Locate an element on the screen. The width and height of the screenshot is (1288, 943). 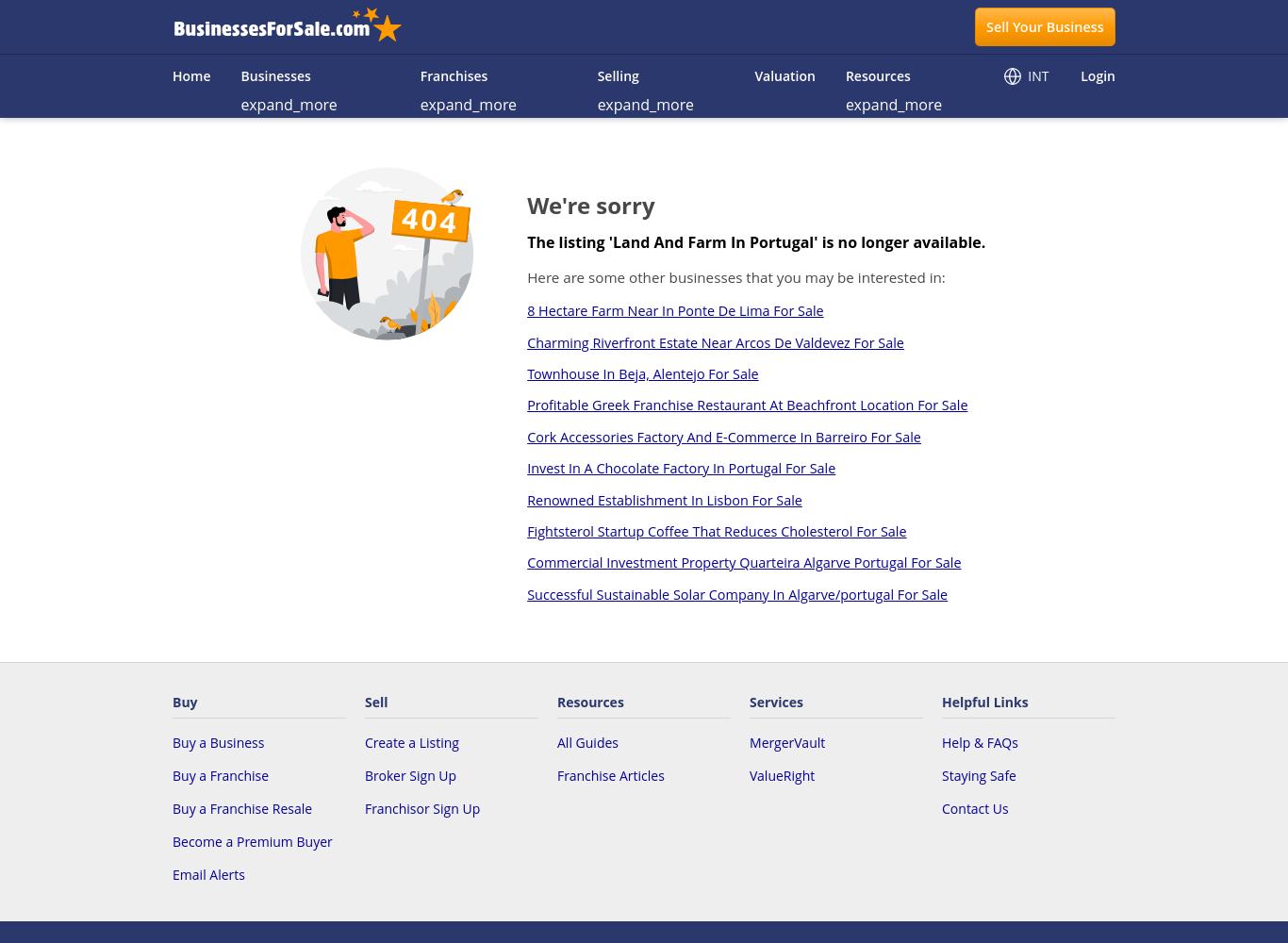
'Email Alerts' is located at coordinates (207, 874).